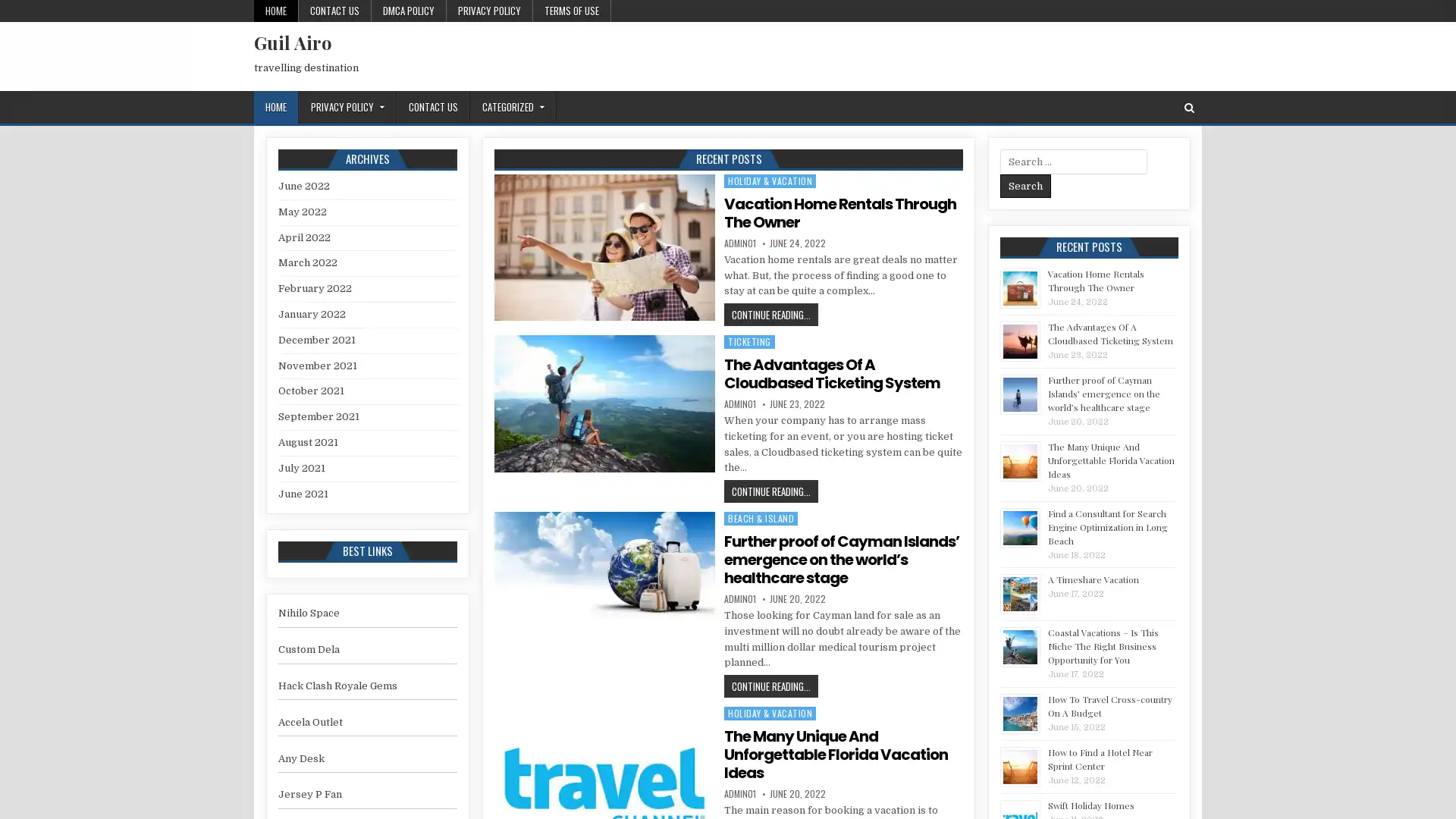 This screenshot has height=819, width=1456. I want to click on Search, so click(1025, 185).